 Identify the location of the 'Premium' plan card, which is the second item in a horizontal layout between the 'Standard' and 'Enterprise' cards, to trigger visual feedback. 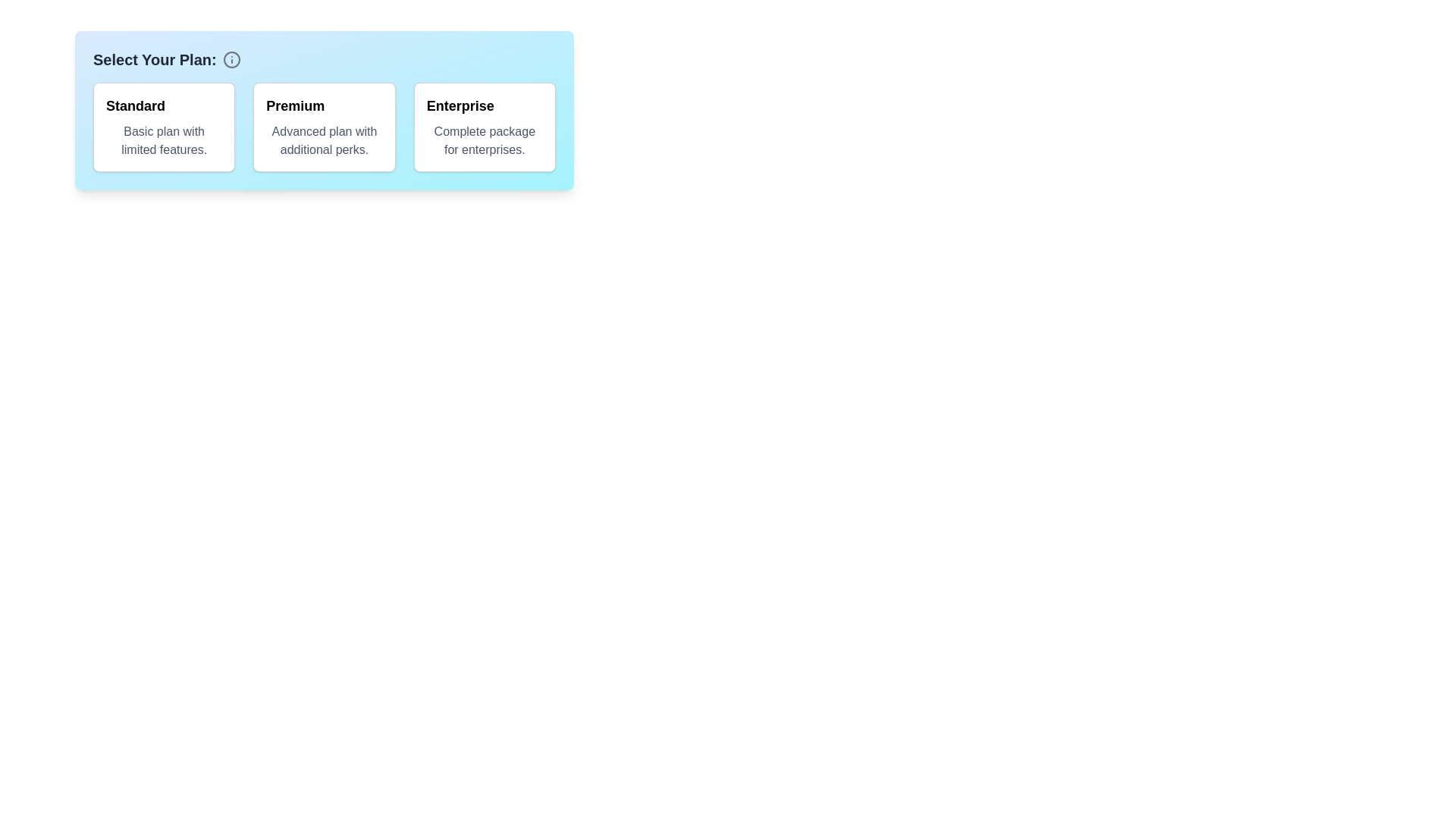
(323, 127).